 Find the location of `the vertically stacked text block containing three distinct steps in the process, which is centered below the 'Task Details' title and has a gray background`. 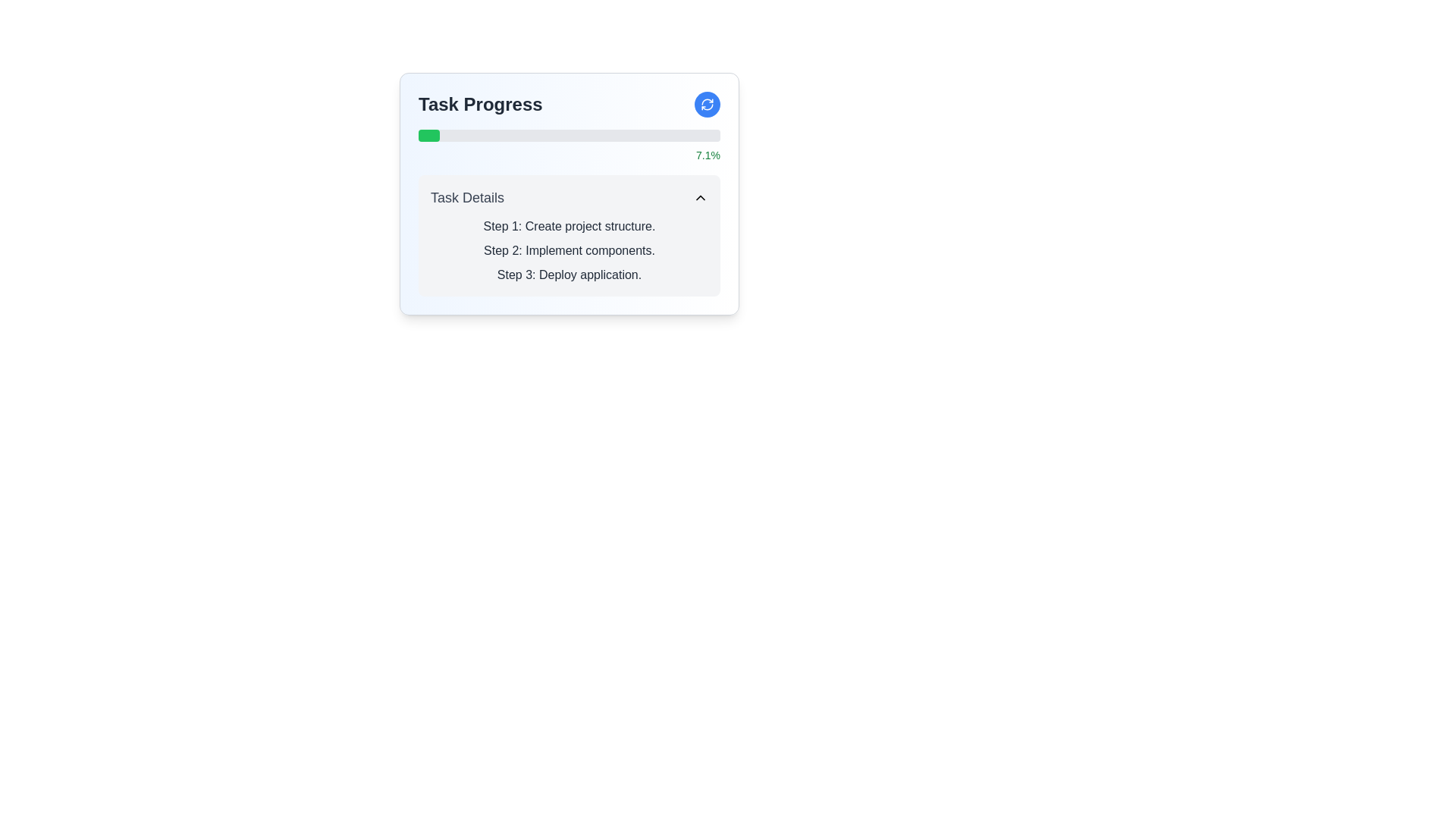

the vertically stacked text block containing three distinct steps in the process, which is centered below the 'Task Details' title and has a gray background is located at coordinates (568, 250).